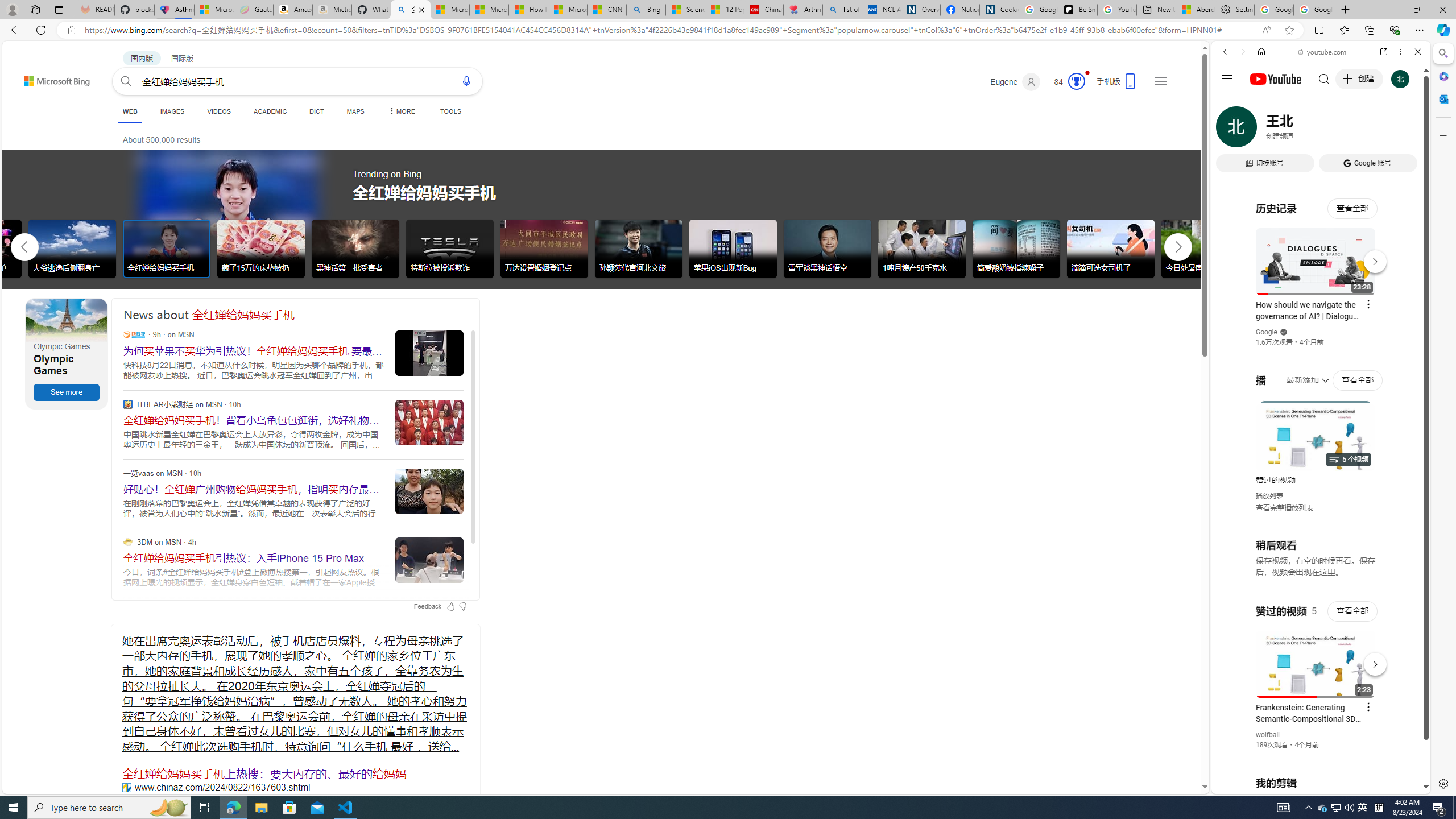 Image resolution: width=1456 pixels, height=819 pixels. What do you see at coordinates (1065, 81) in the screenshot?
I see `'Microsoft Rewards 84'` at bounding box center [1065, 81].